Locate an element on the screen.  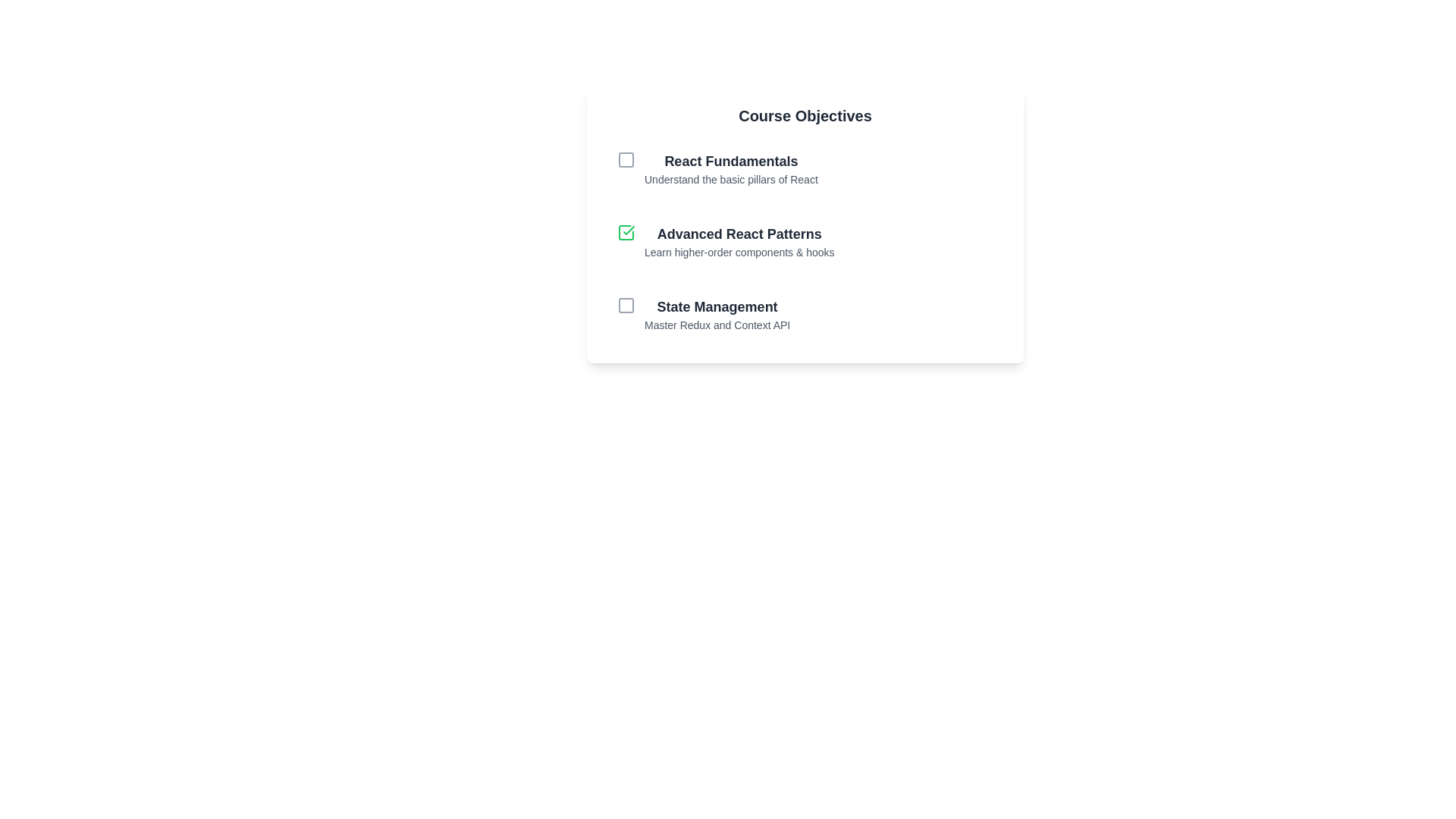
the checkbox for the item labeled React Fundamentals is located at coordinates (626, 160).